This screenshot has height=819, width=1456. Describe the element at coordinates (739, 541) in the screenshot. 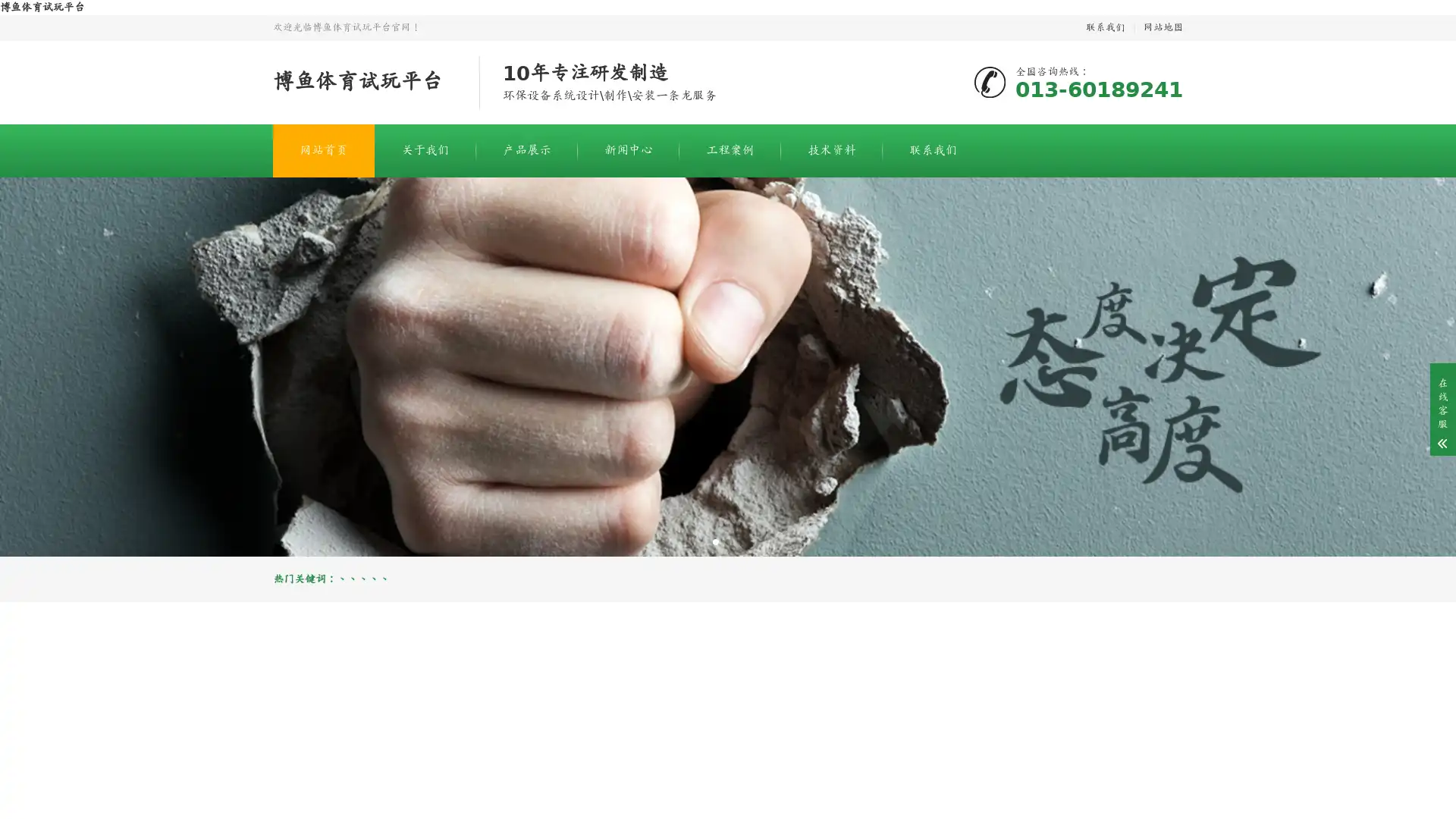

I see `Go to slide 3` at that location.